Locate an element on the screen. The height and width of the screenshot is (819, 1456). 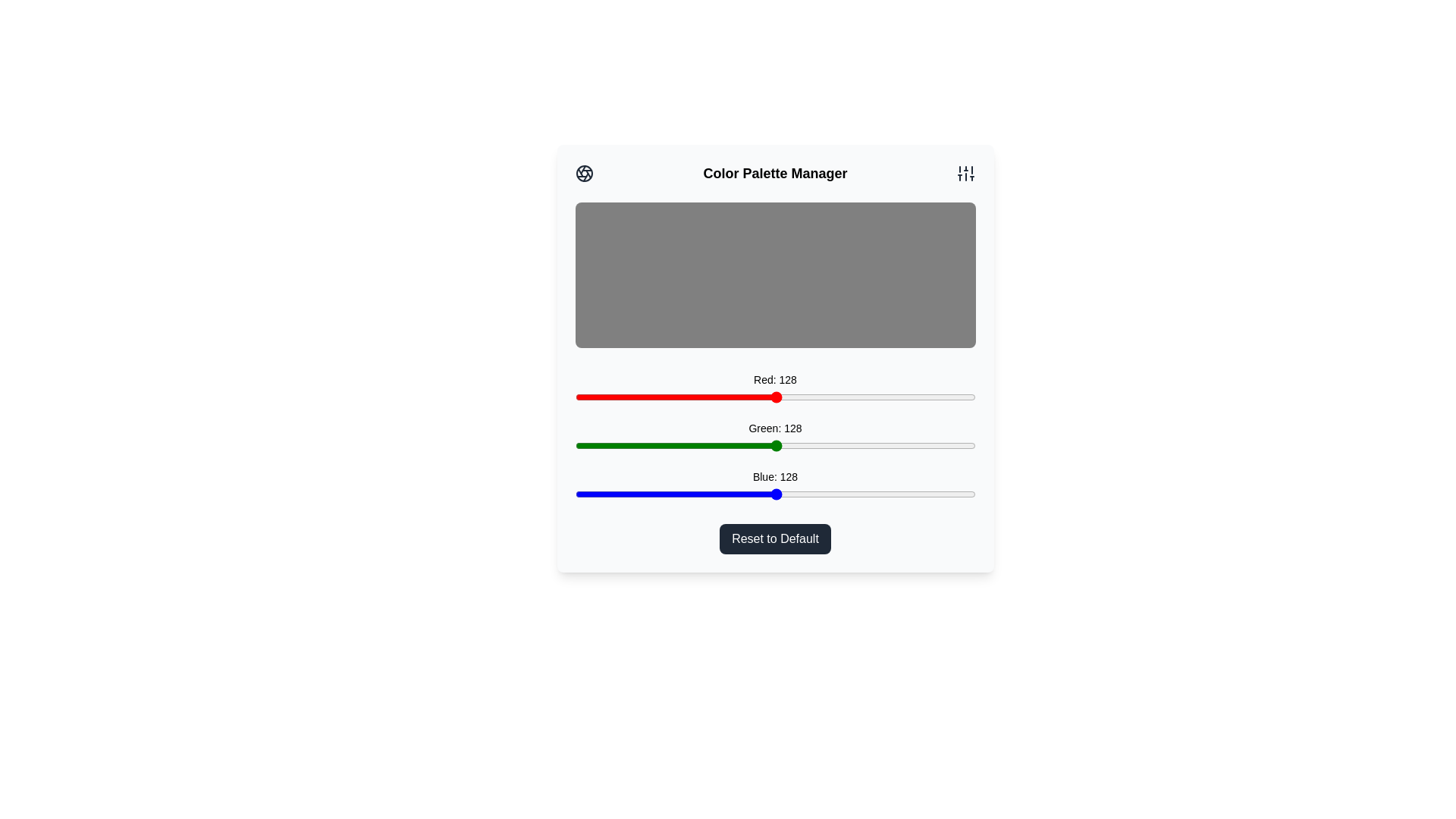
the green slider to set the green intensity to 160 is located at coordinates (825, 444).